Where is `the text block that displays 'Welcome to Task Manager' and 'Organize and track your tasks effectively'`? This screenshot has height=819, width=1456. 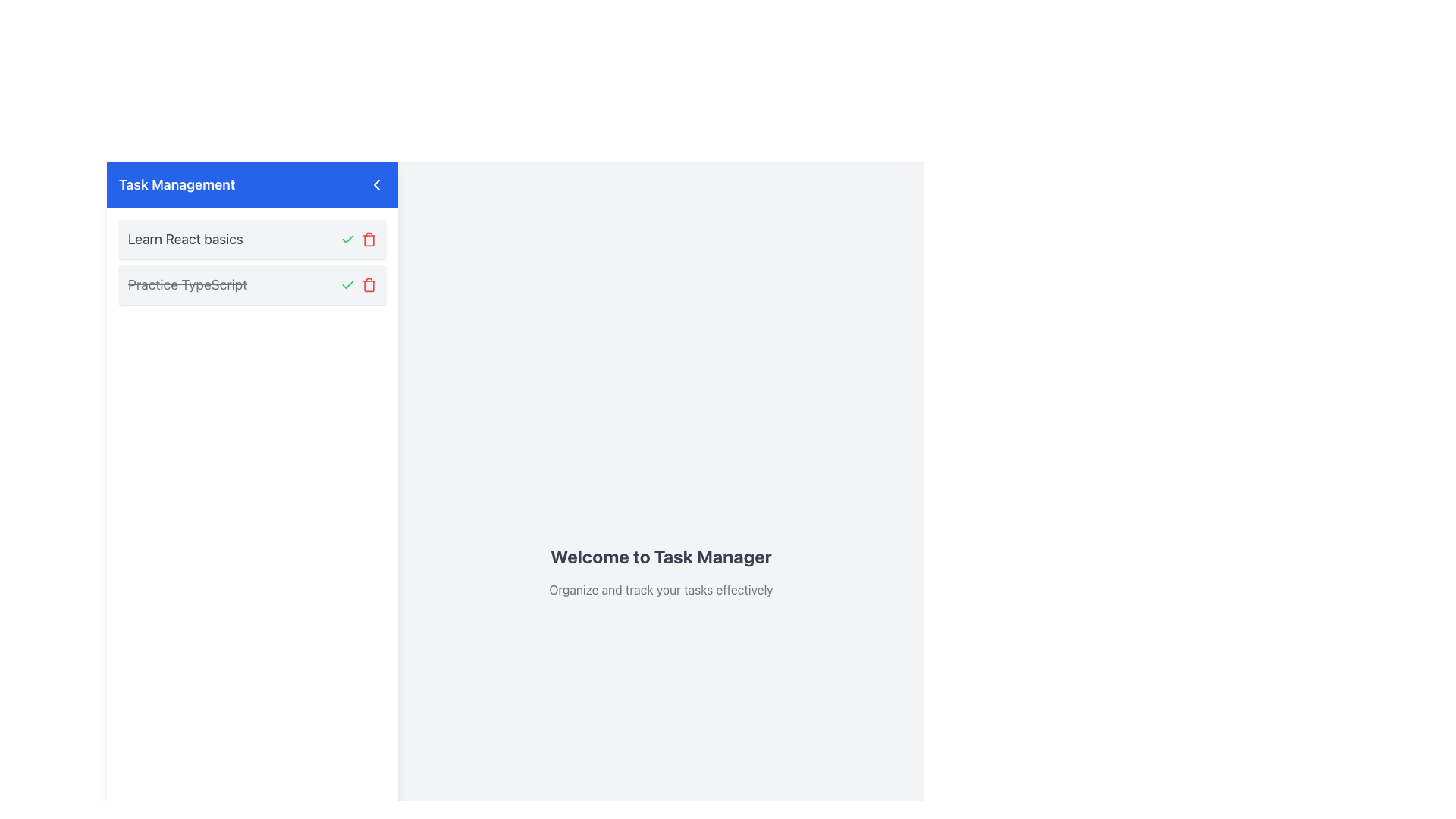 the text block that displays 'Welcome to Task Manager' and 'Organize and track your tasks effectively' is located at coordinates (661, 571).